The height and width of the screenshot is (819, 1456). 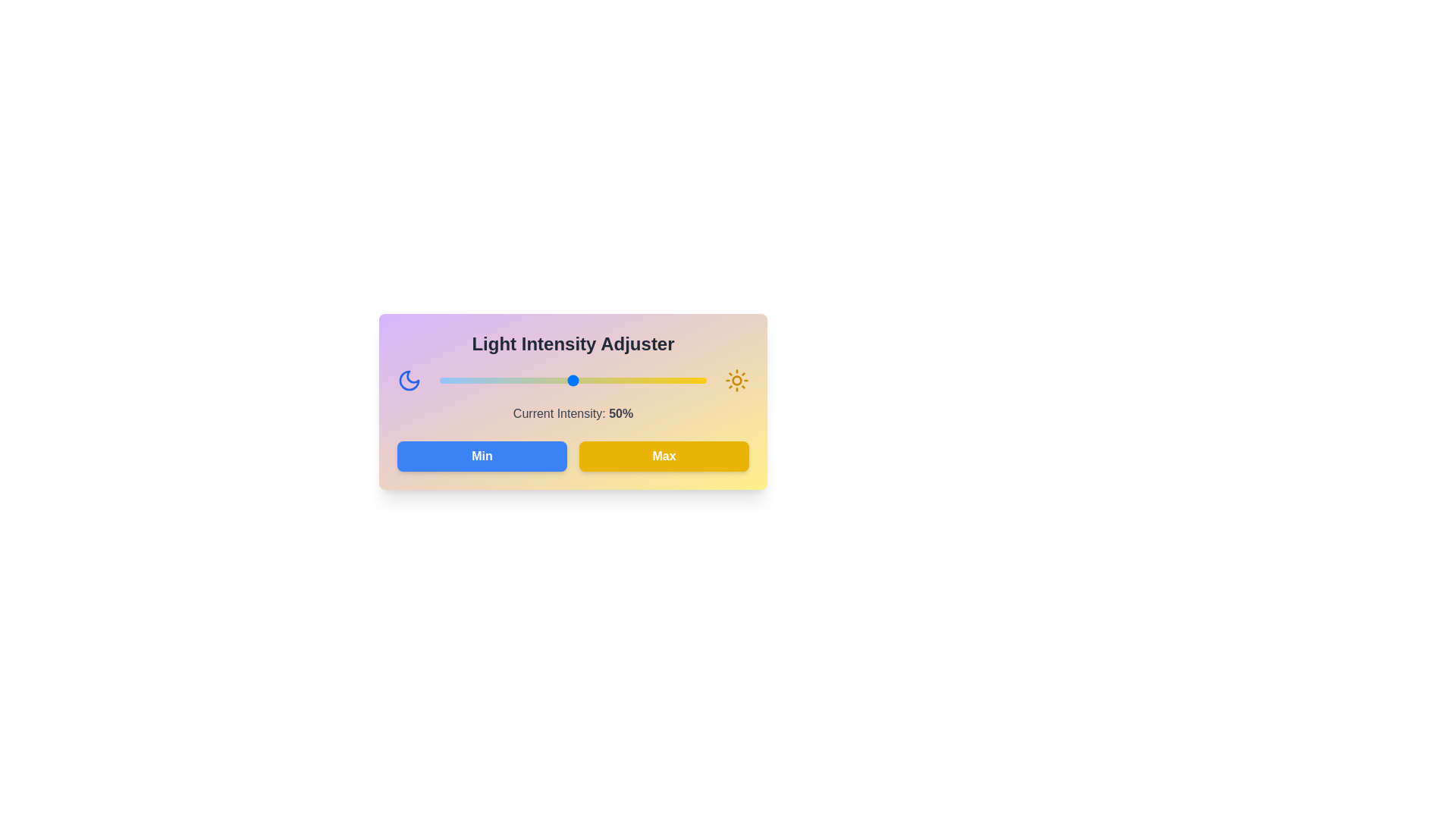 What do you see at coordinates (572, 414) in the screenshot?
I see `the text displaying the current light intensity, which is located in the center of the component` at bounding box center [572, 414].